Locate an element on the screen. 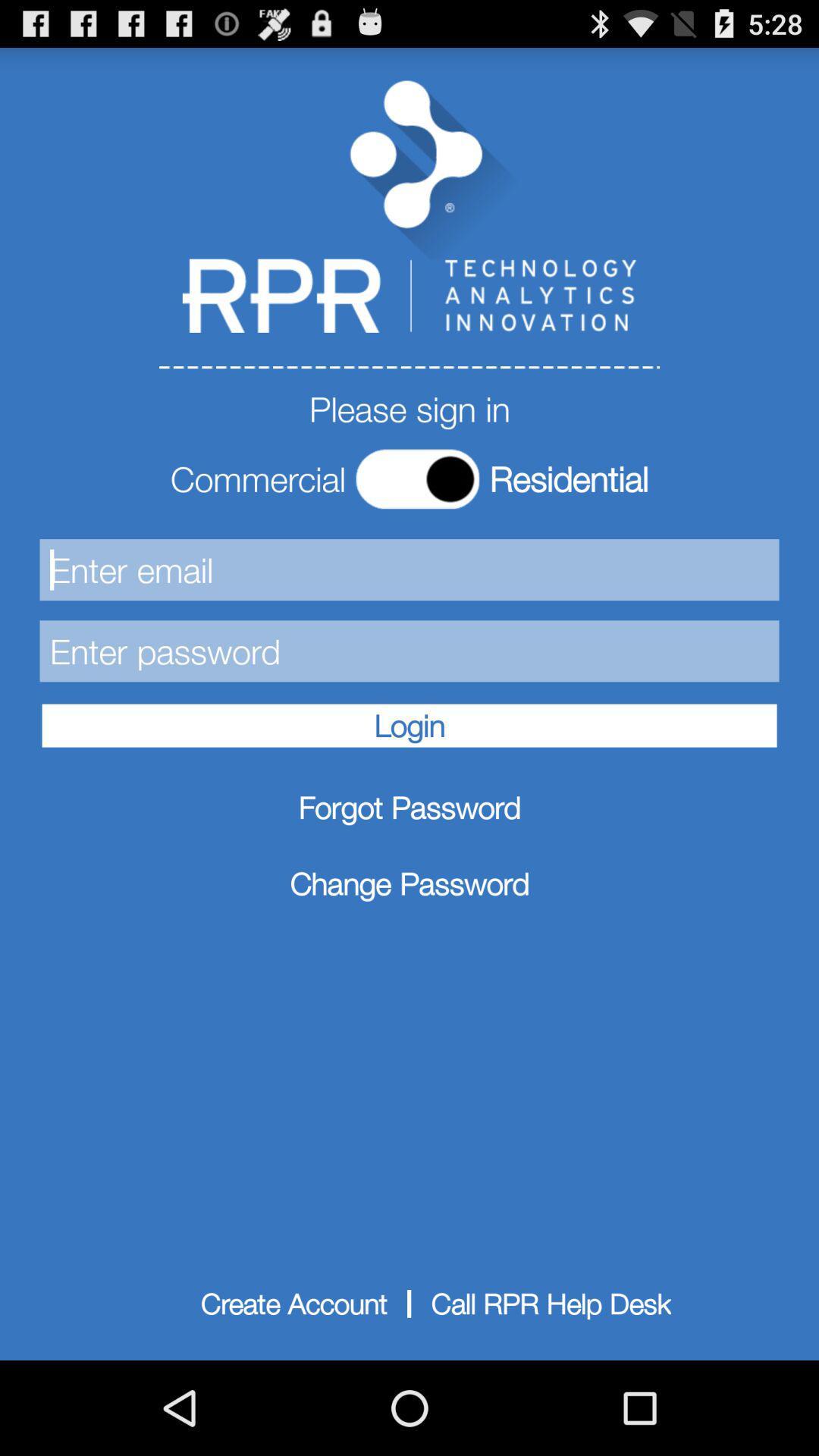 This screenshot has height=1456, width=819. the text left to call rpr help desk is located at coordinates (294, 1303).